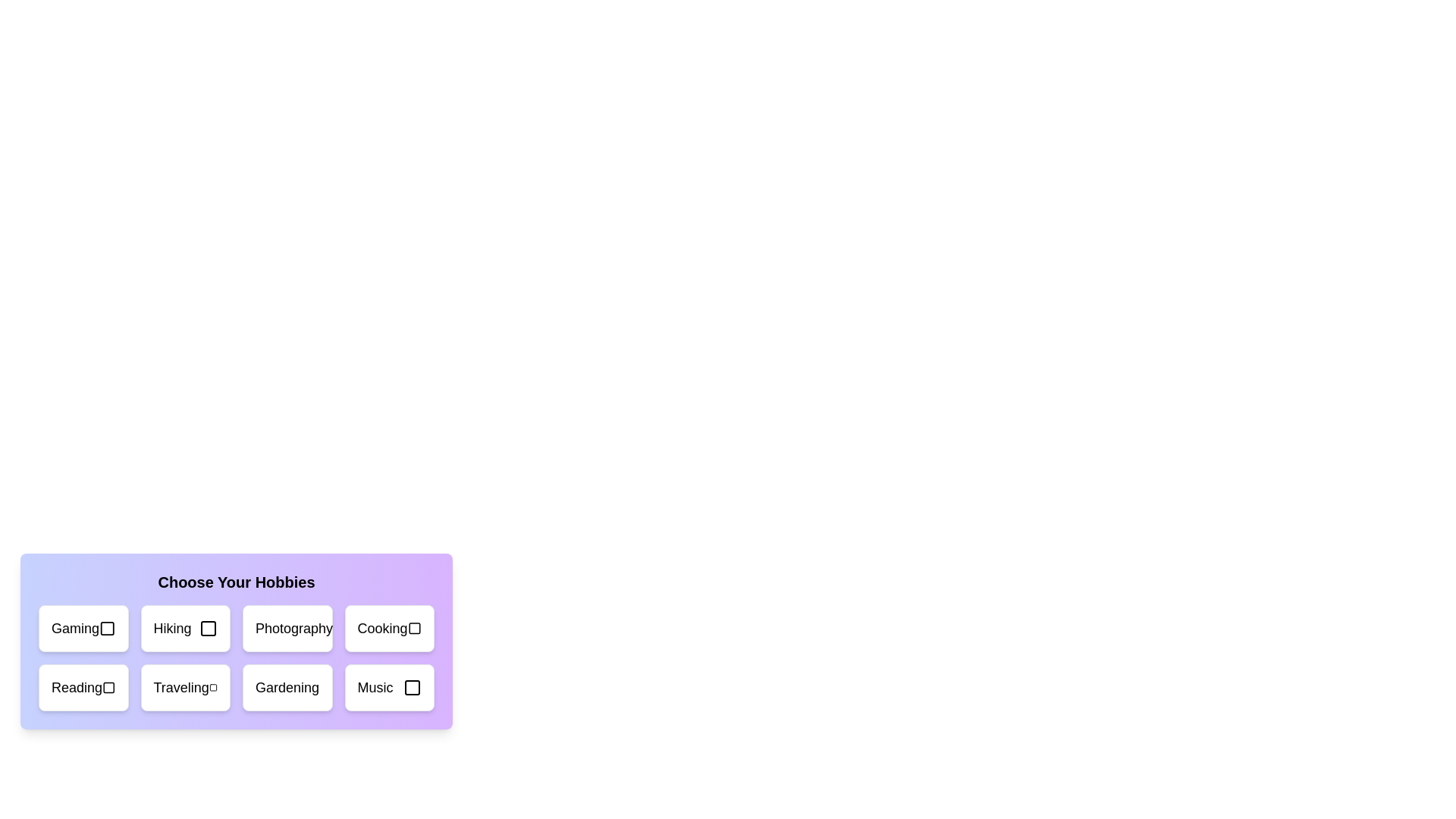 The image size is (1456, 819). I want to click on the hobby card labeled Traveling, so click(184, 687).